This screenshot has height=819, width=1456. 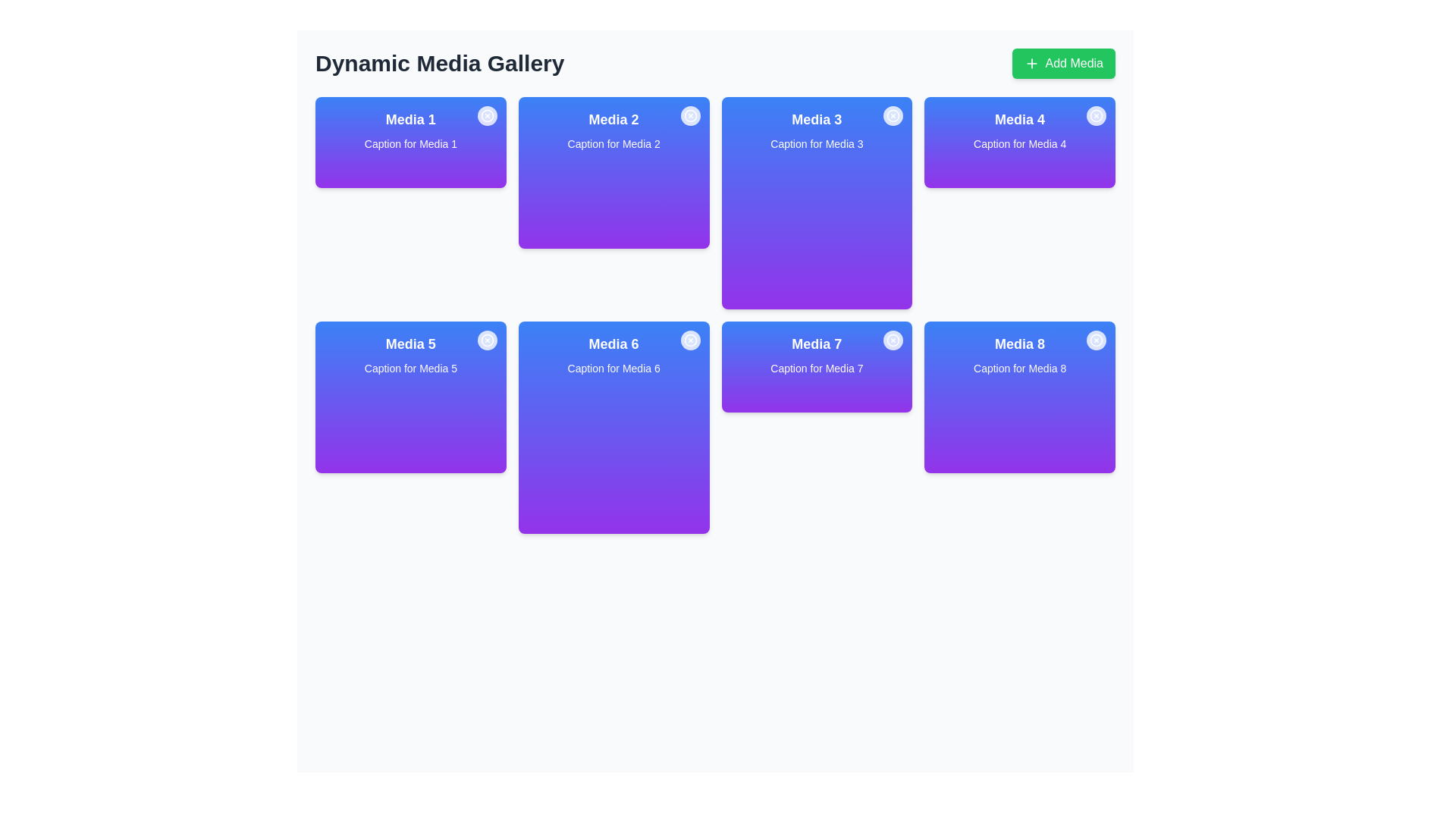 What do you see at coordinates (689, 339) in the screenshot?
I see `the small round Icon button with a white background and a red 'X' icon located in the upper-right corner of the 'Media 6' card` at bounding box center [689, 339].